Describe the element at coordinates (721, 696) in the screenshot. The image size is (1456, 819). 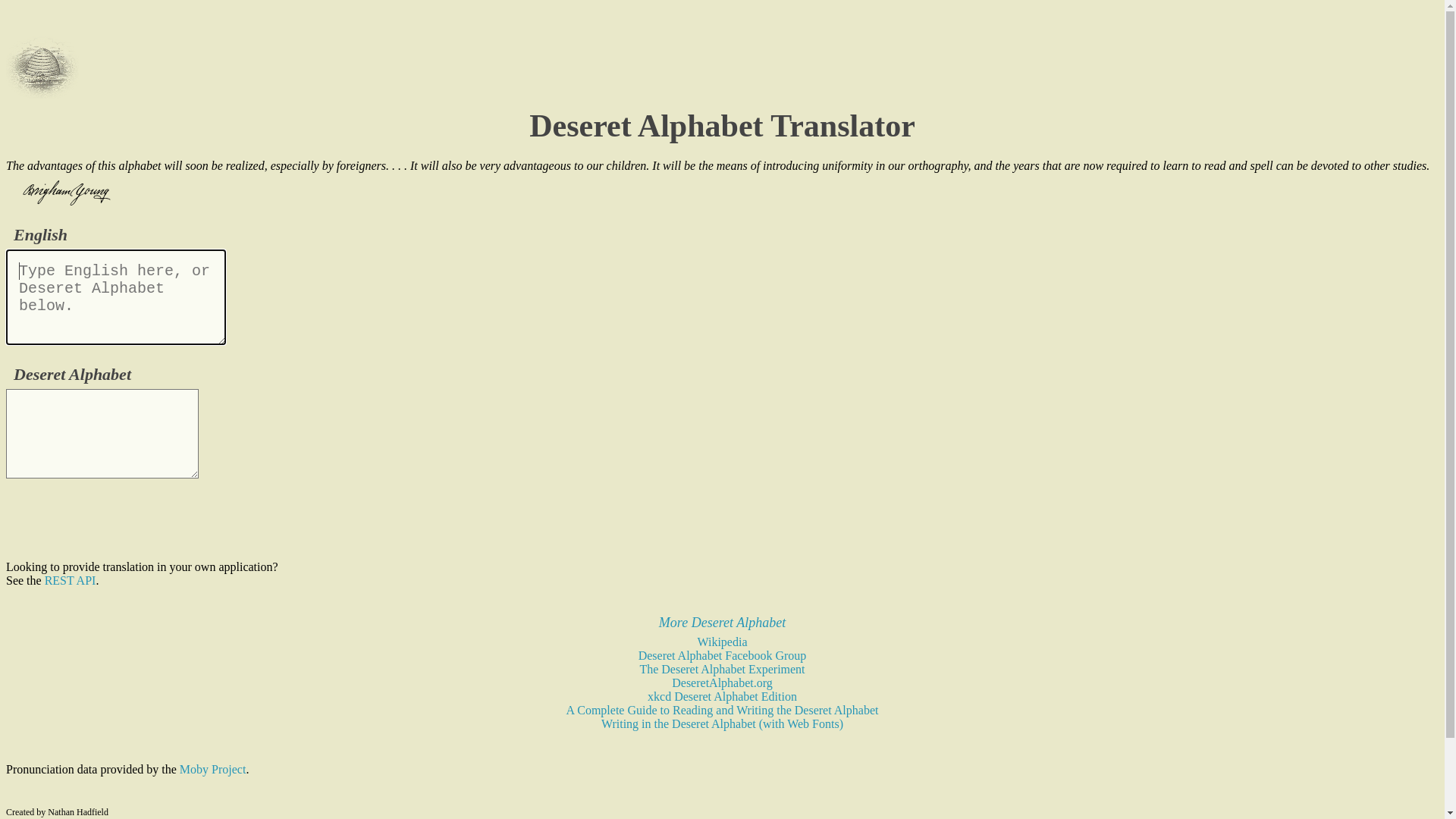
I see `'xkcd Deseret Alphabet Edition'` at that location.